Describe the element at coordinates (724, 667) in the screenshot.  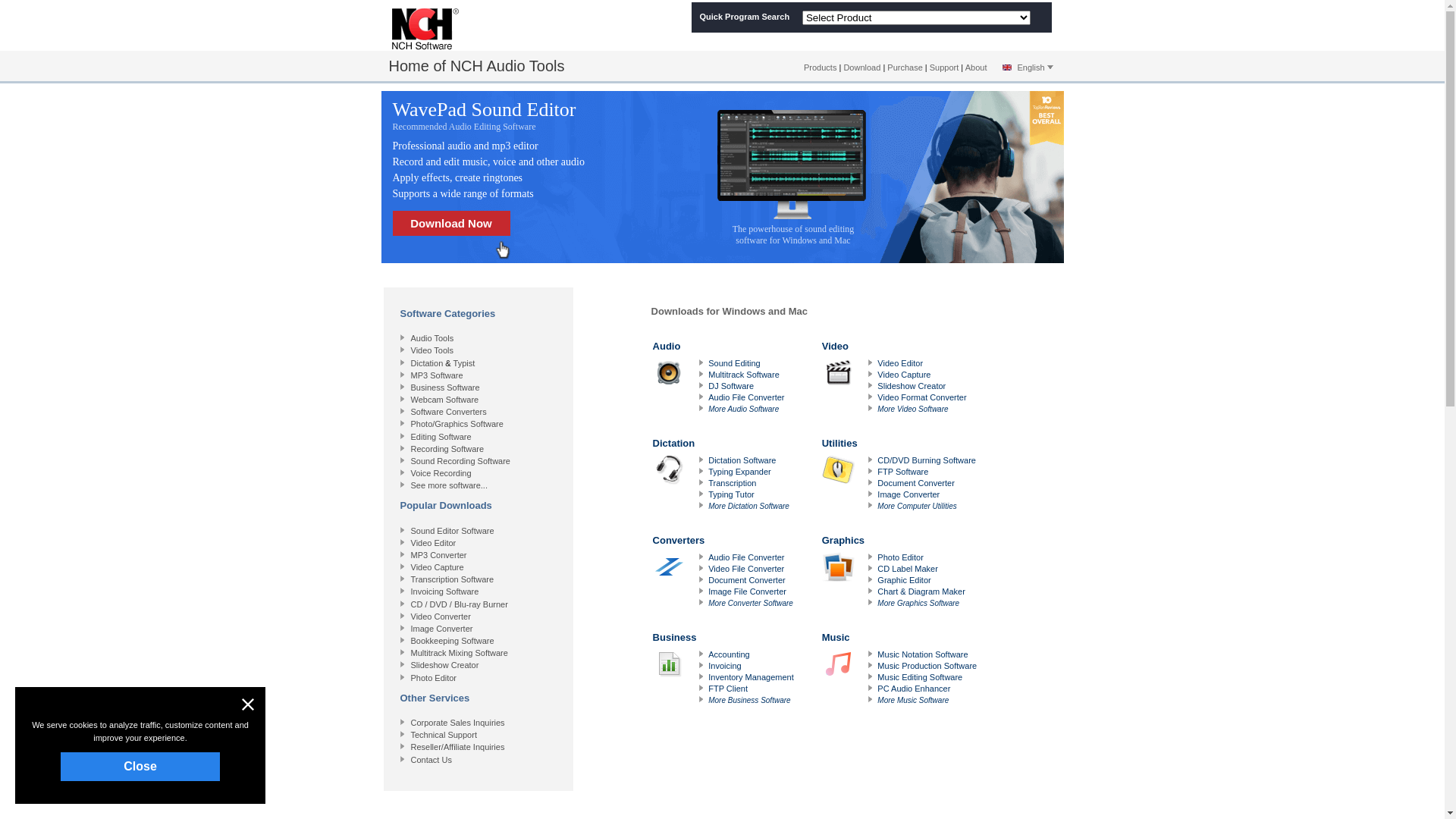
I see `'Business'` at that location.